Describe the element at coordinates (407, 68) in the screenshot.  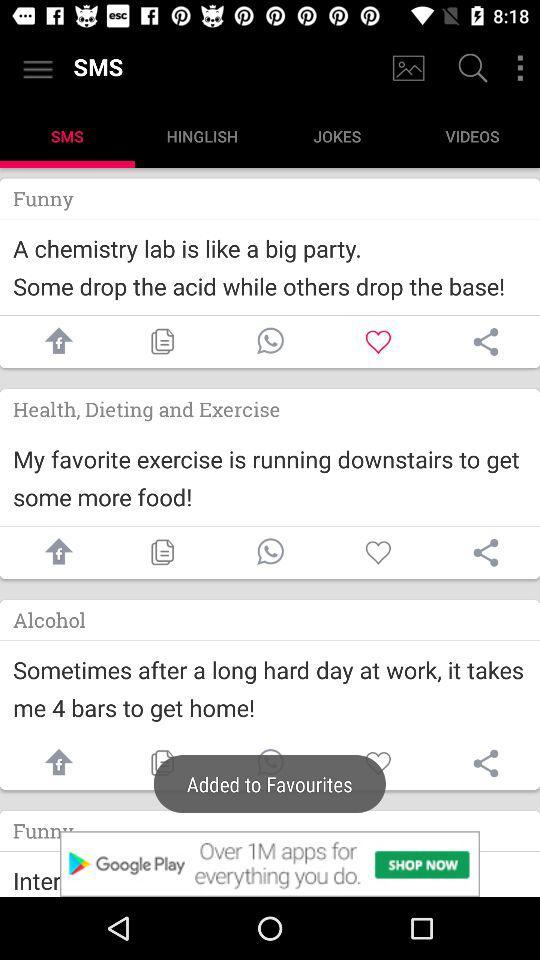
I see `gallery` at that location.